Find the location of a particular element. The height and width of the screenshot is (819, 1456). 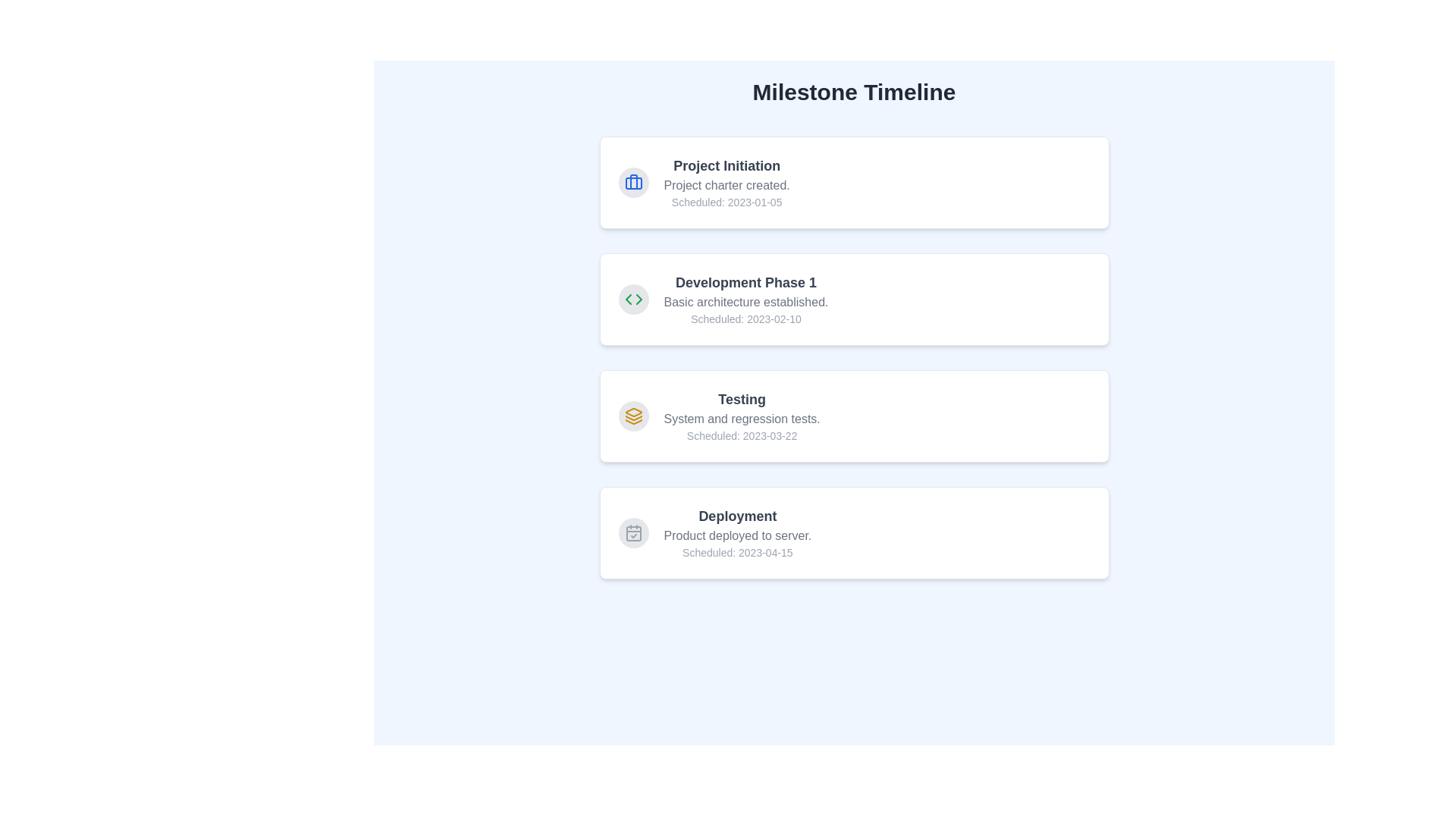

the second text label in the fourth milestone card that indicates the product has been deployed to the server is located at coordinates (737, 535).